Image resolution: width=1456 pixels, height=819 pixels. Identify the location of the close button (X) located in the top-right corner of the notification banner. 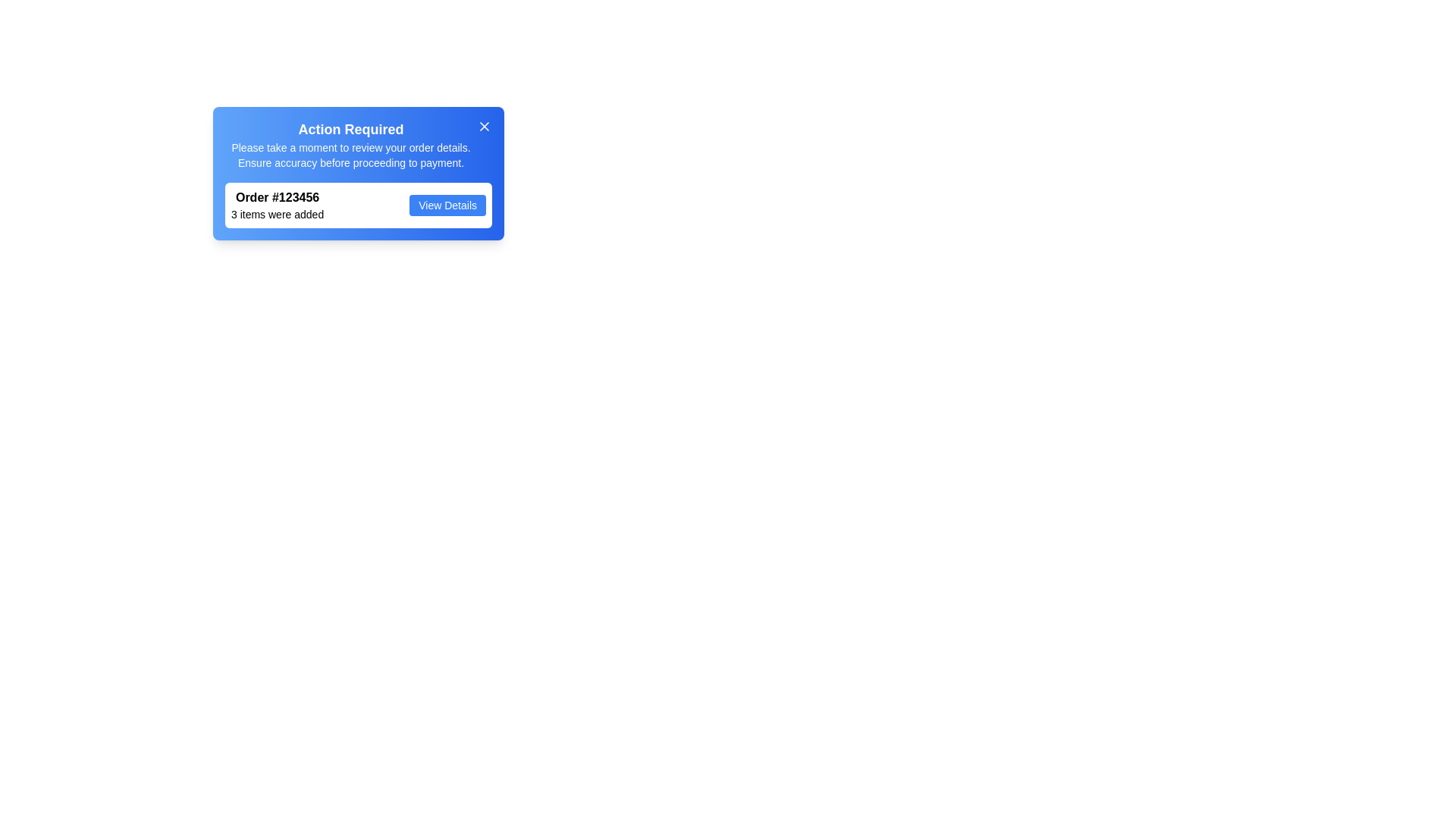
(483, 125).